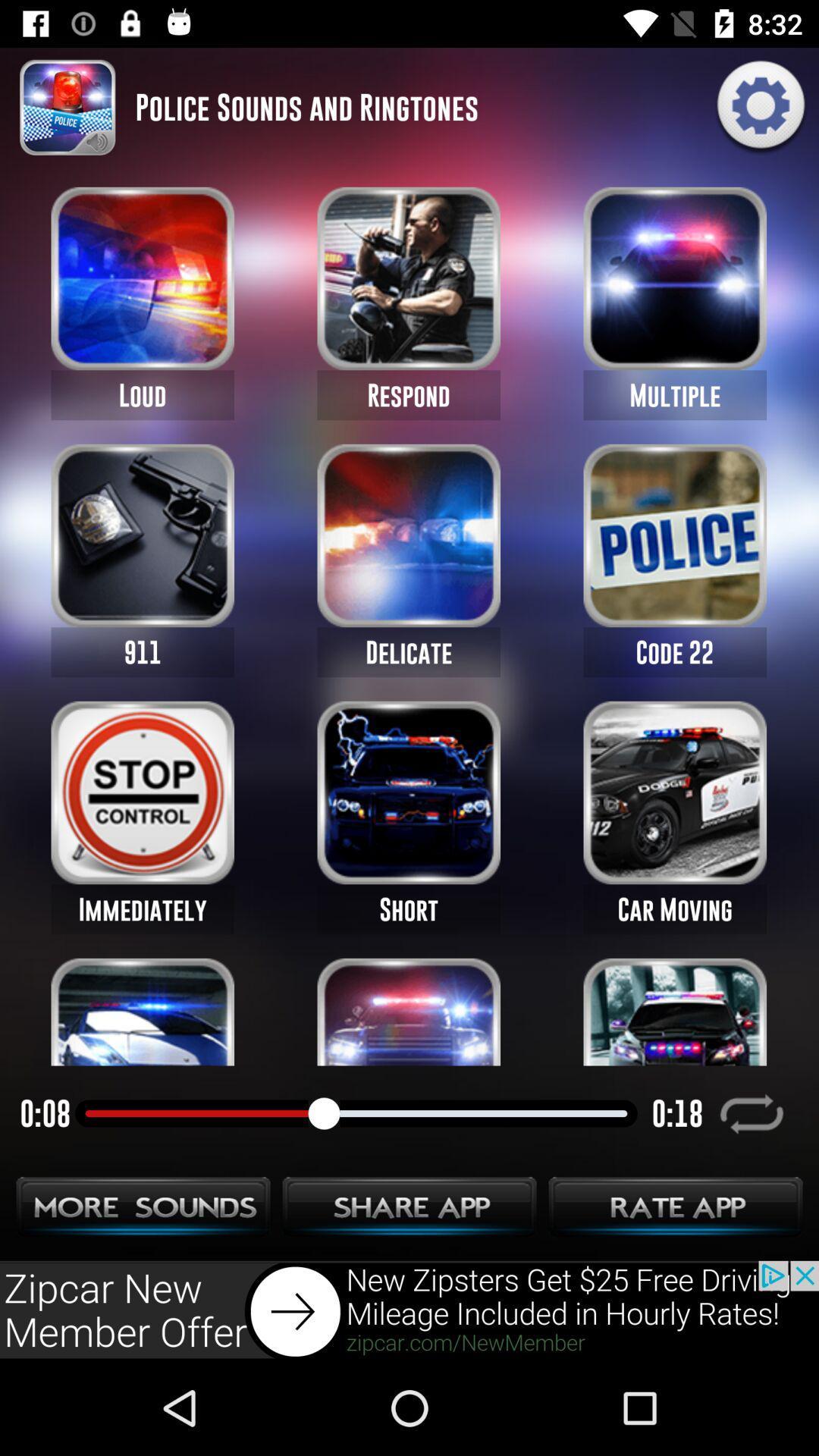  What do you see at coordinates (143, 1210) in the screenshot?
I see `the button which is left side of the share app` at bounding box center [143, 1210].